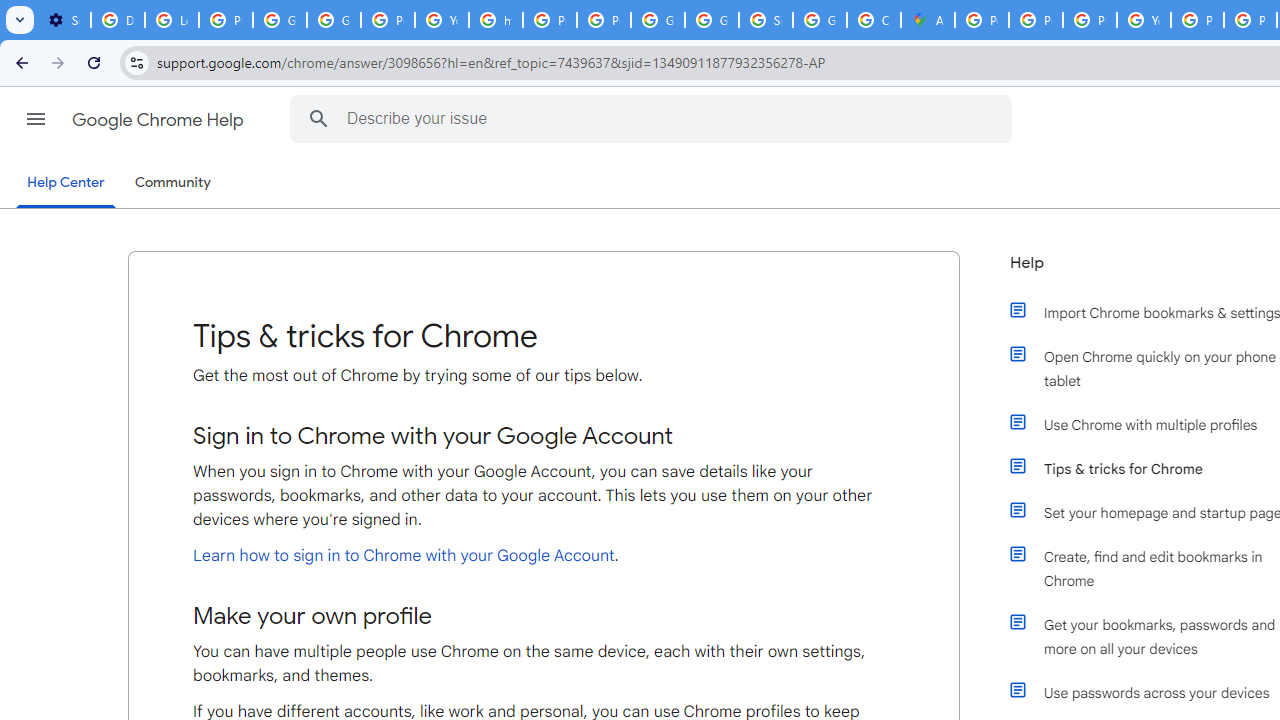 The image size is (1280, 720). What do you see at coordinates (160, 119) in the screenshot?
I see `'Google Chrome Help'` at bounding box center [160, 119].